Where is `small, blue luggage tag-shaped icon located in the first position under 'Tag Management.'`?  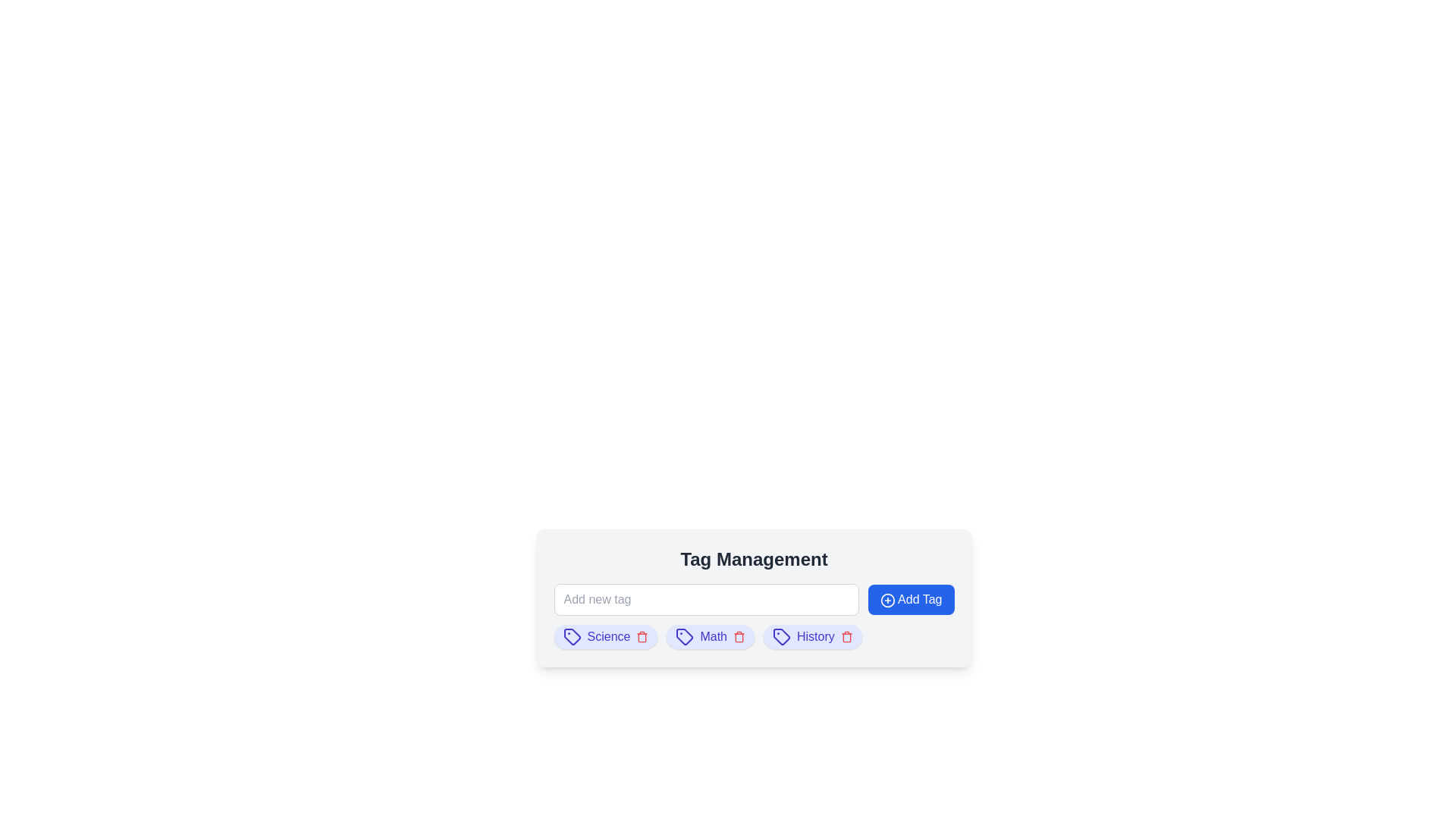 small, blue luggage tag-shaped icon located in the first position under 'Tag Management.' is located at coordinates (570, 636).